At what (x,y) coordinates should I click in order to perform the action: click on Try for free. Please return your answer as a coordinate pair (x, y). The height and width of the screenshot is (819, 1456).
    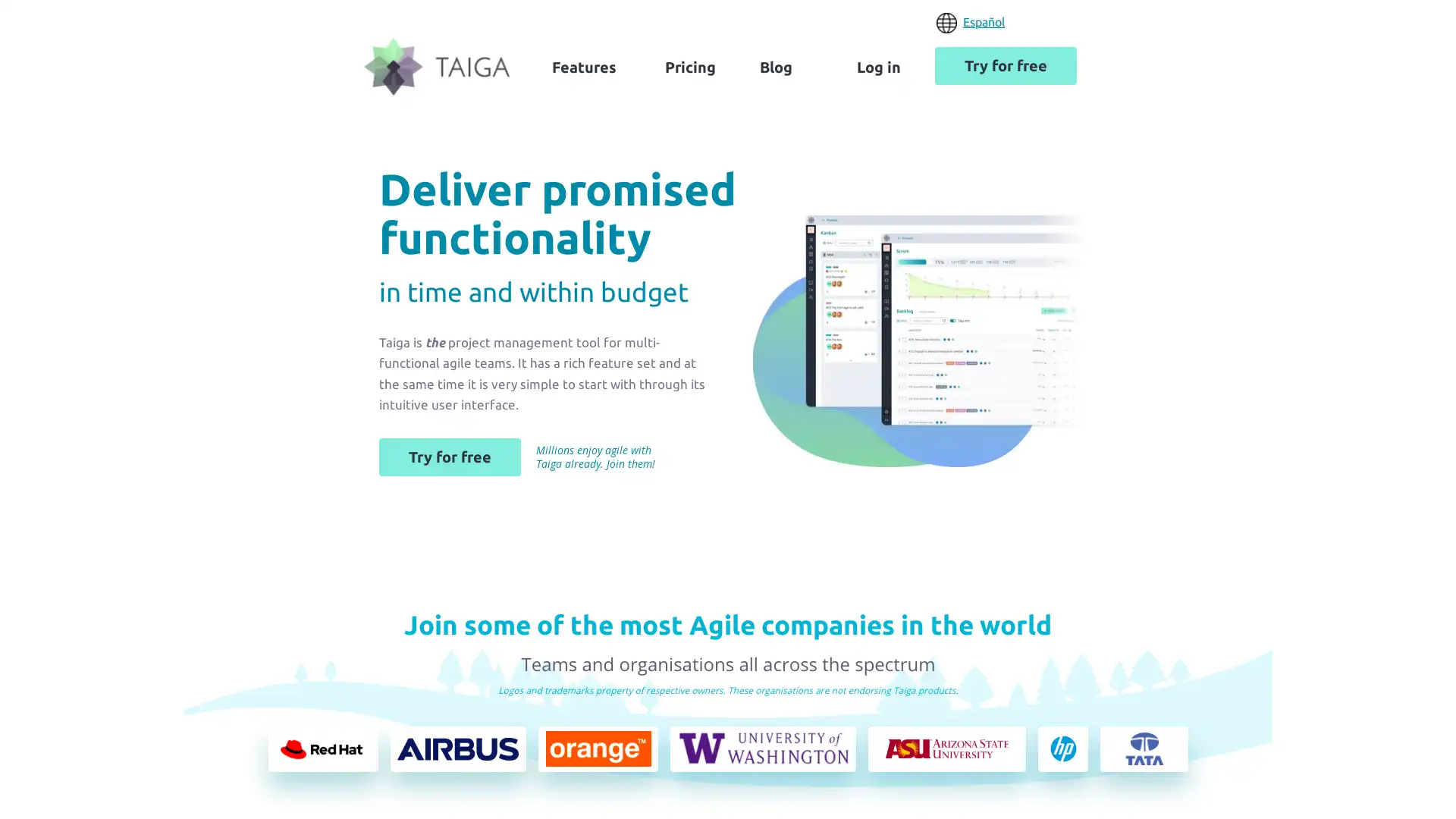
    Looking at the image, I should click on (1006, 65).